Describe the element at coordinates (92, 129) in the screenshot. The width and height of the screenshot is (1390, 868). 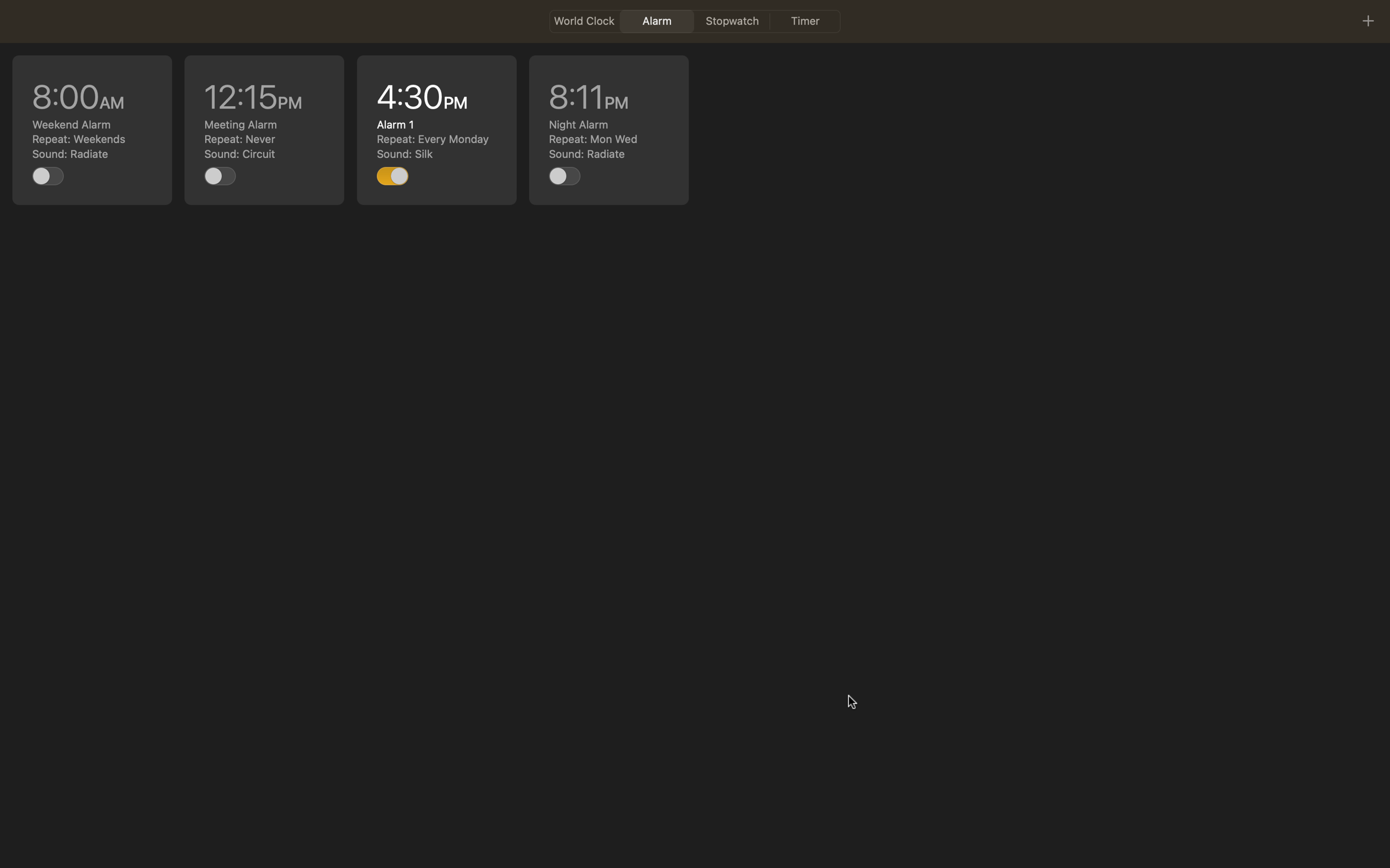
I see `Update the 8am reminder` at that location.